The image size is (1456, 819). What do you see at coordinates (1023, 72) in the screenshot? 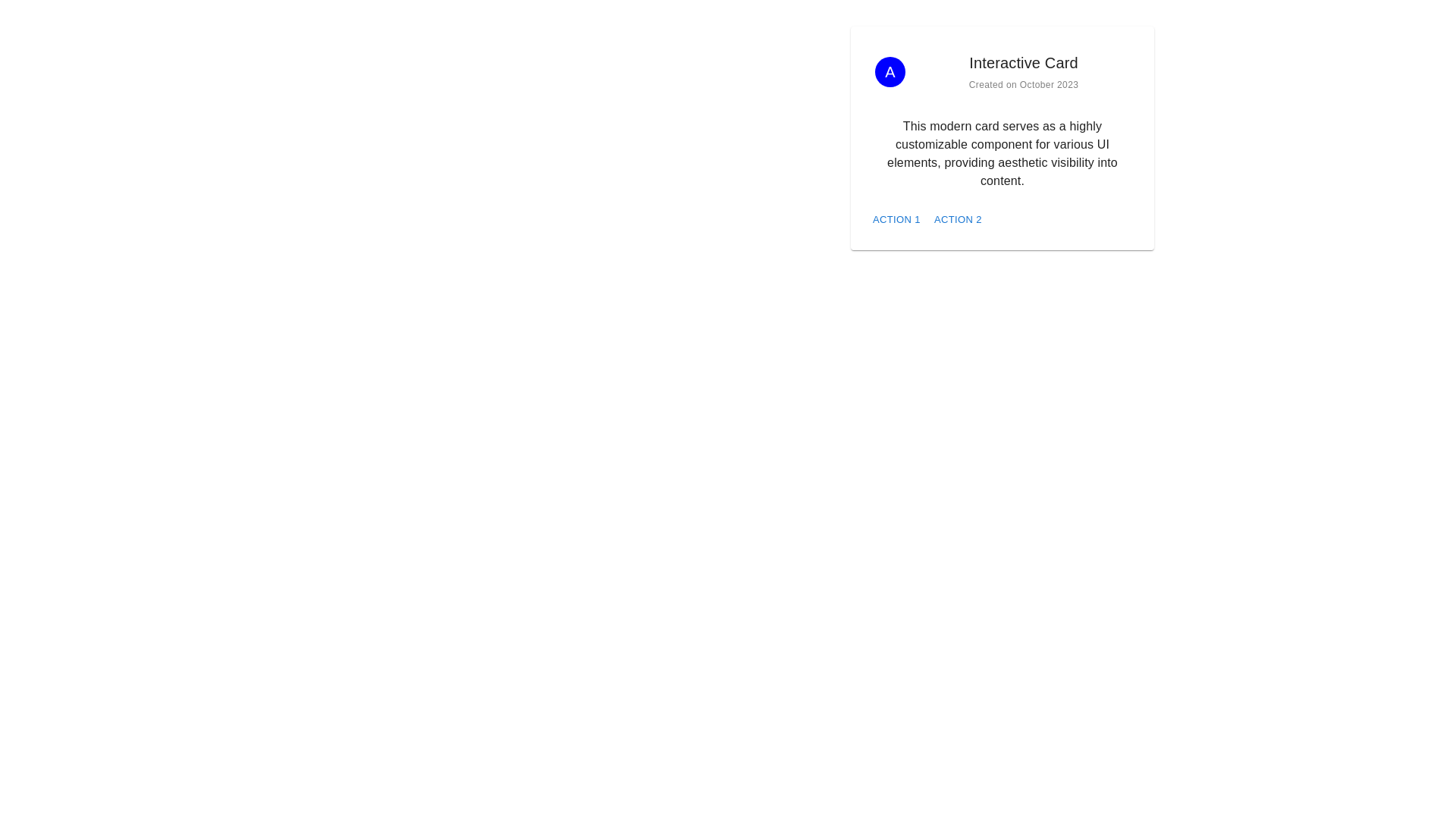
I see `the text block displaying 'Interactive Card' and 'Created on October 2023' located at the top-right of the card layout` at bounding box center [1023, 72].